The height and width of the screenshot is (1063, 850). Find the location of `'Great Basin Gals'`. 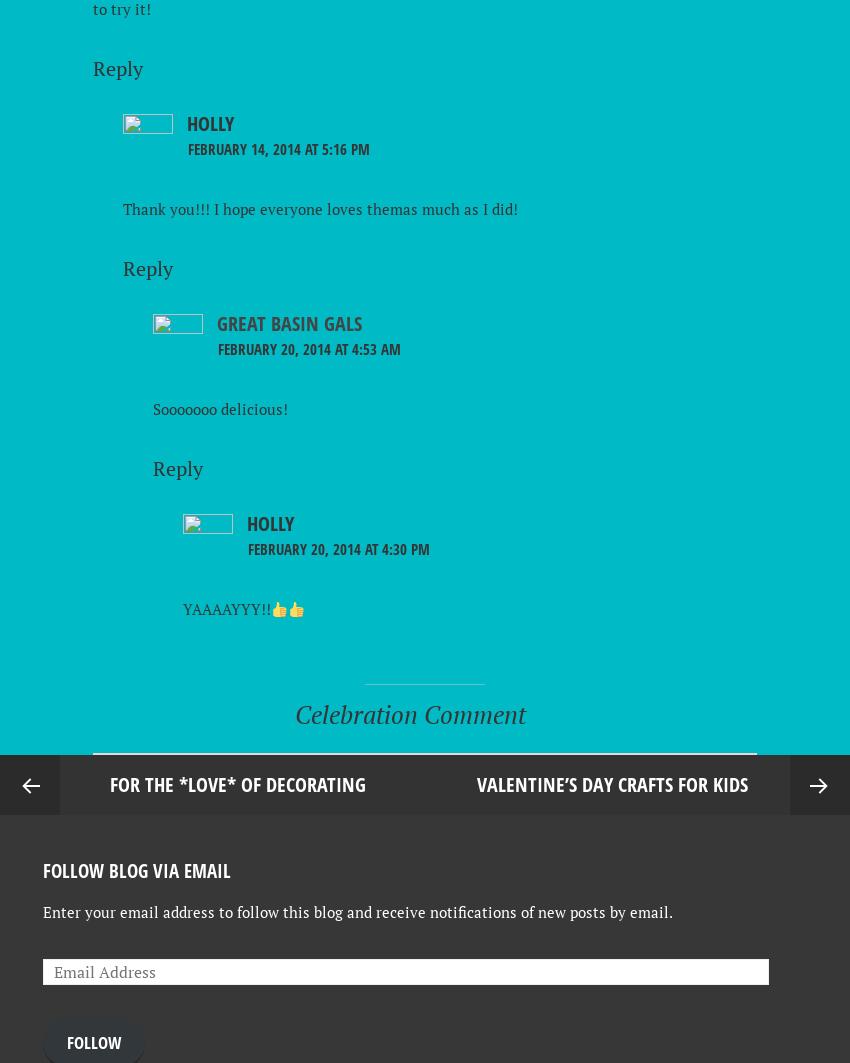

'Great Basin Gals' is located at coordinates (288, 323).